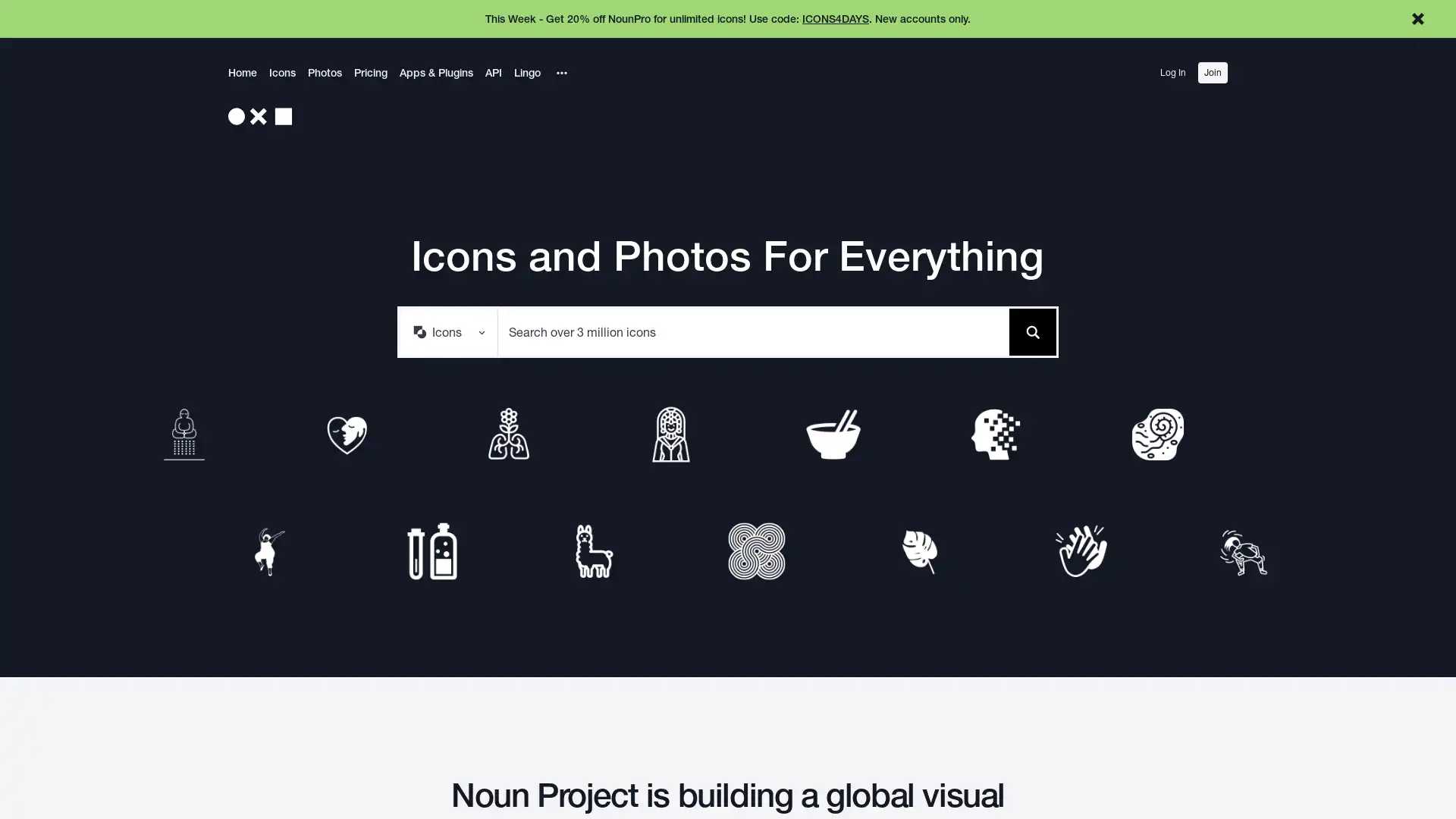 This screenshot has width=1456, height=819. I want to click on Search Type, so click(447, 330).